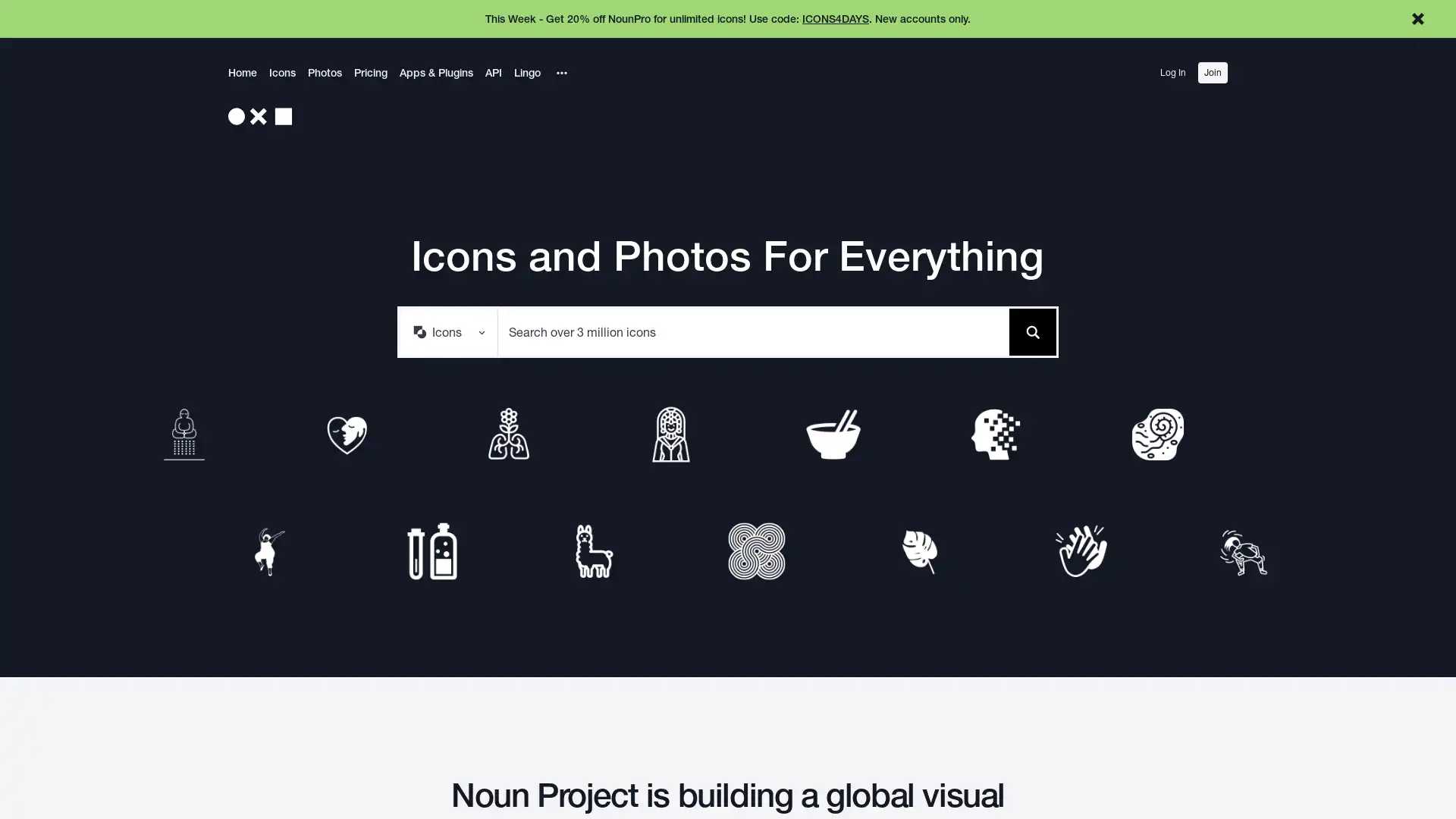 This screenshot has width=1456, height=819. I want to click on Search Type, so click(447, 330).